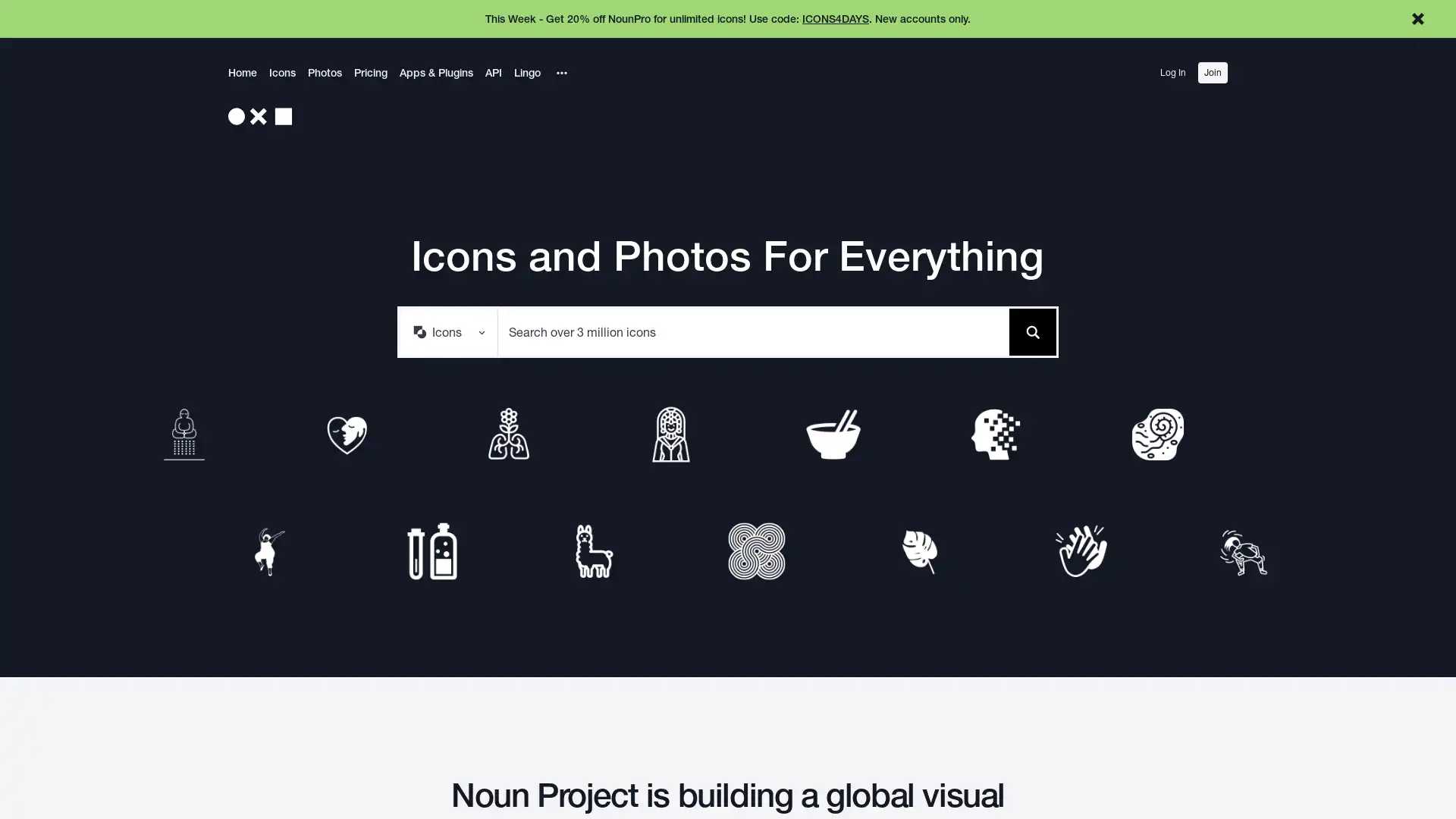 This screenshot has width=1456, height=819. I want to click on Search Type, so click(447, 330).